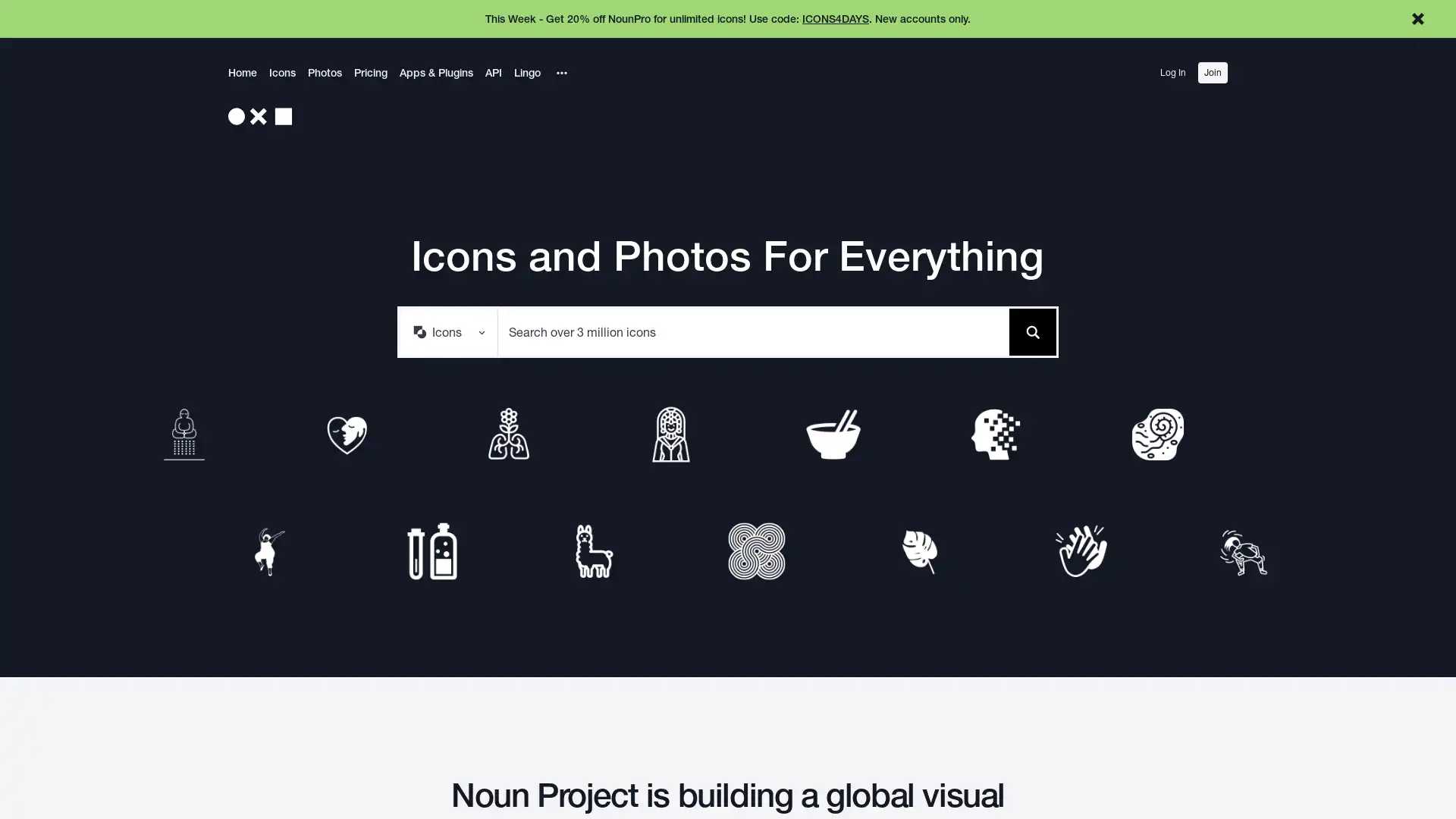 This screenshot has width=1456, height=819. I want to click on Search Type, so click(447, 330).